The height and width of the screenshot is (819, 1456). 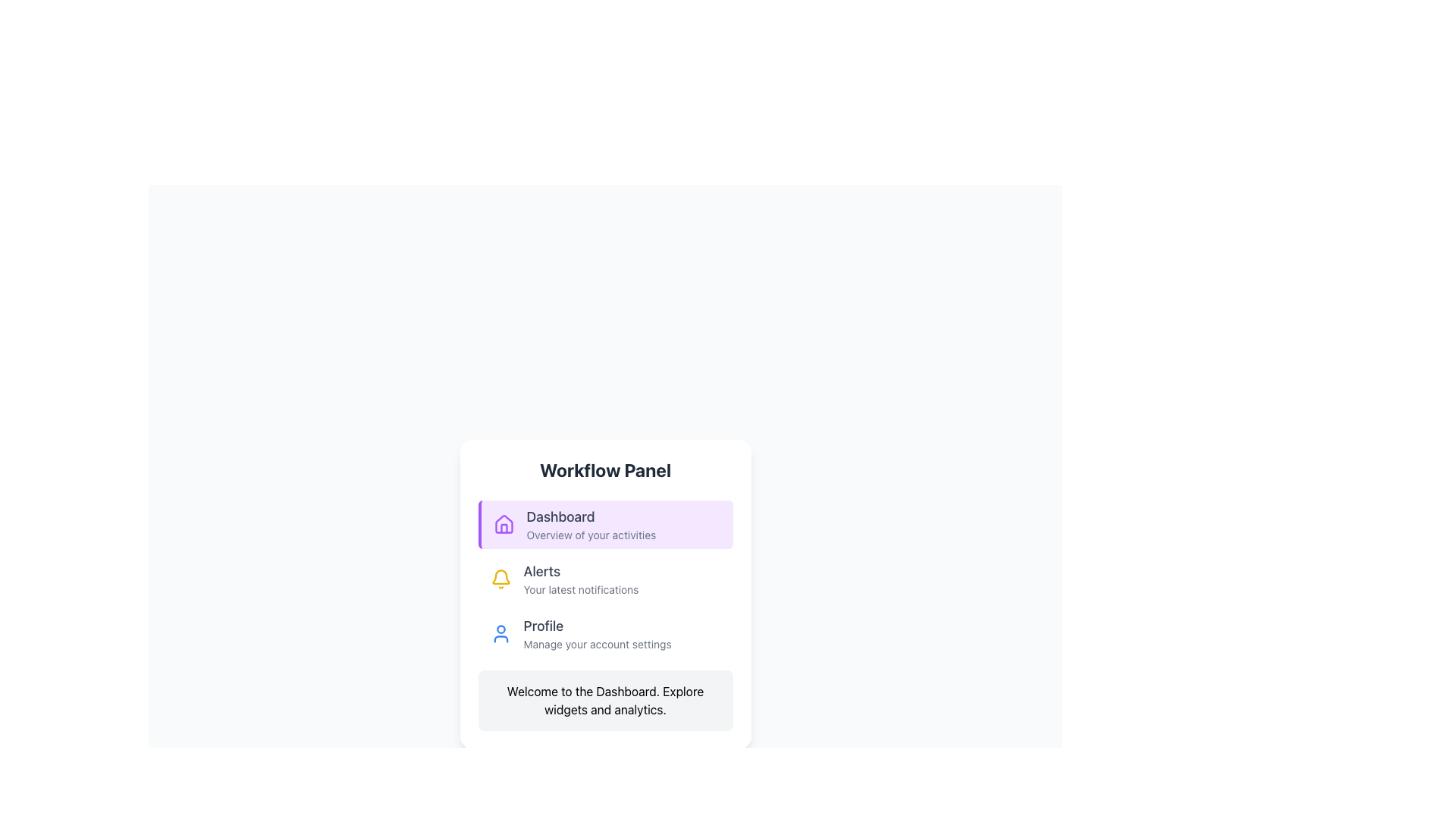 What do you see at coordinates (500, 634) in the screenshot?
I see `the blue round user icon located to the left of the 'Profile' text in the profile section of the Workflow Panel` at bounding box center [500, 634].